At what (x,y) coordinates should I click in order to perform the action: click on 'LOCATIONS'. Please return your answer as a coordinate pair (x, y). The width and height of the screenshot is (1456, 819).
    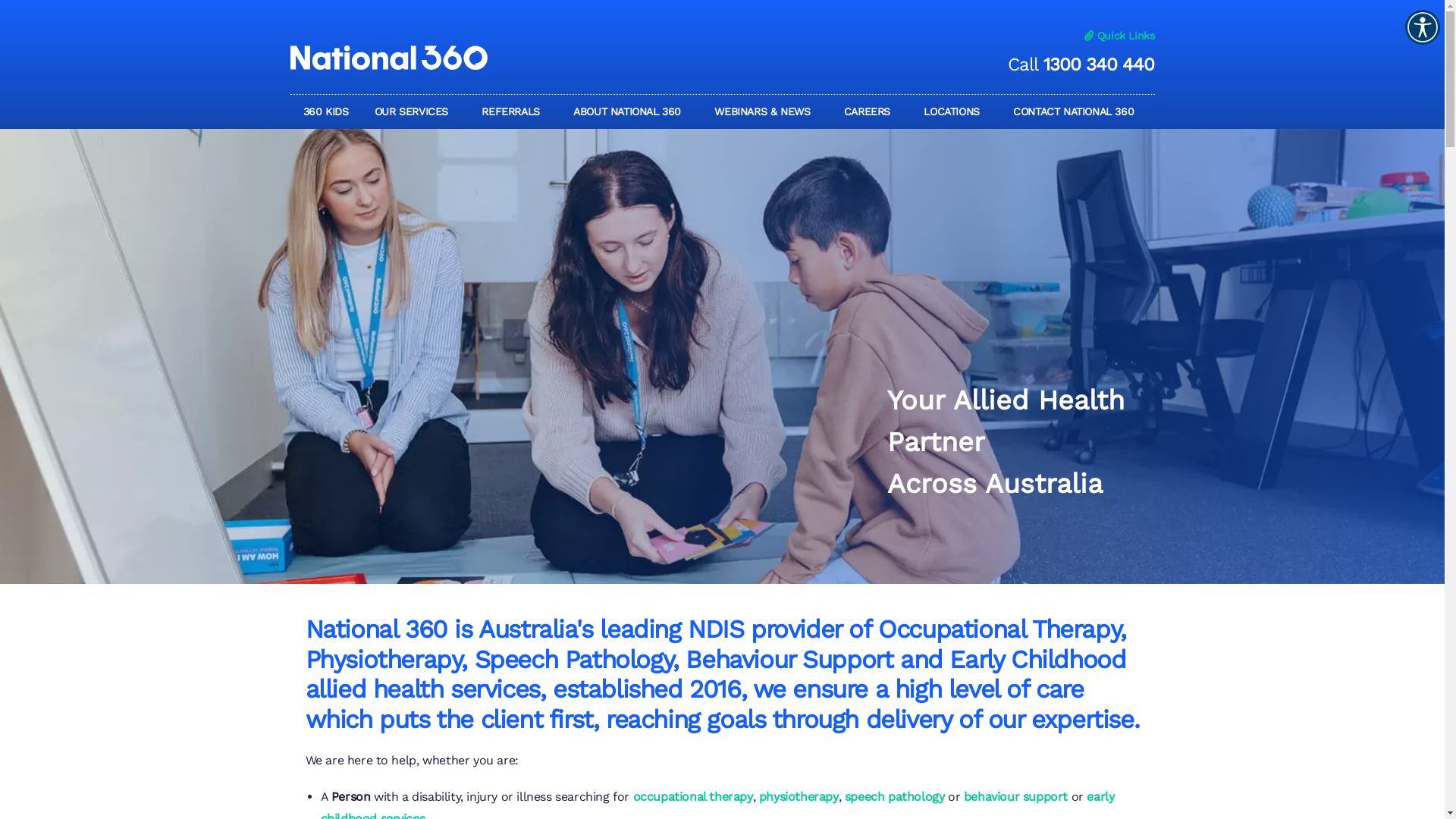
    Looking at the image, I should click on (954, 110).